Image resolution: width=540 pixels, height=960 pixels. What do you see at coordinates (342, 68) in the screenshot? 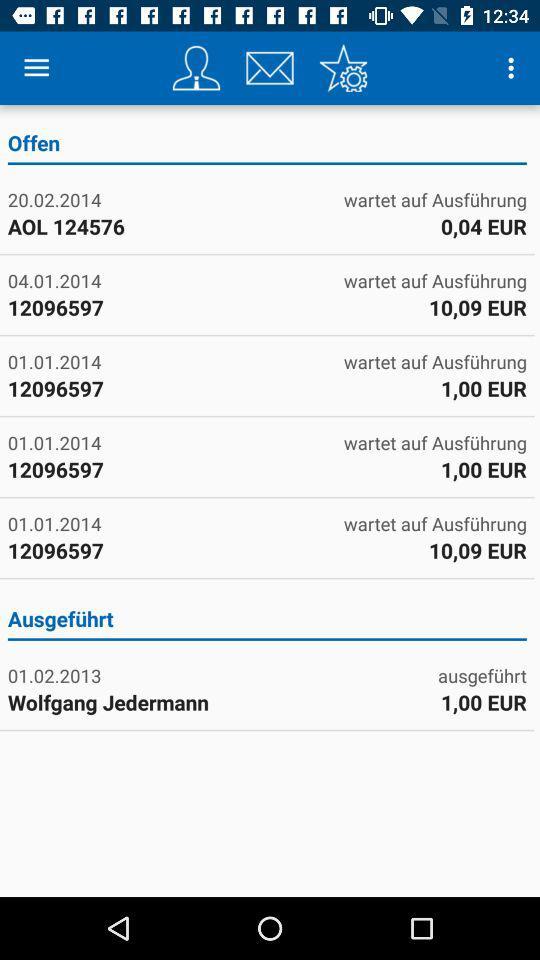
I see `icon above the offen item` at bounding box center [342, 68].